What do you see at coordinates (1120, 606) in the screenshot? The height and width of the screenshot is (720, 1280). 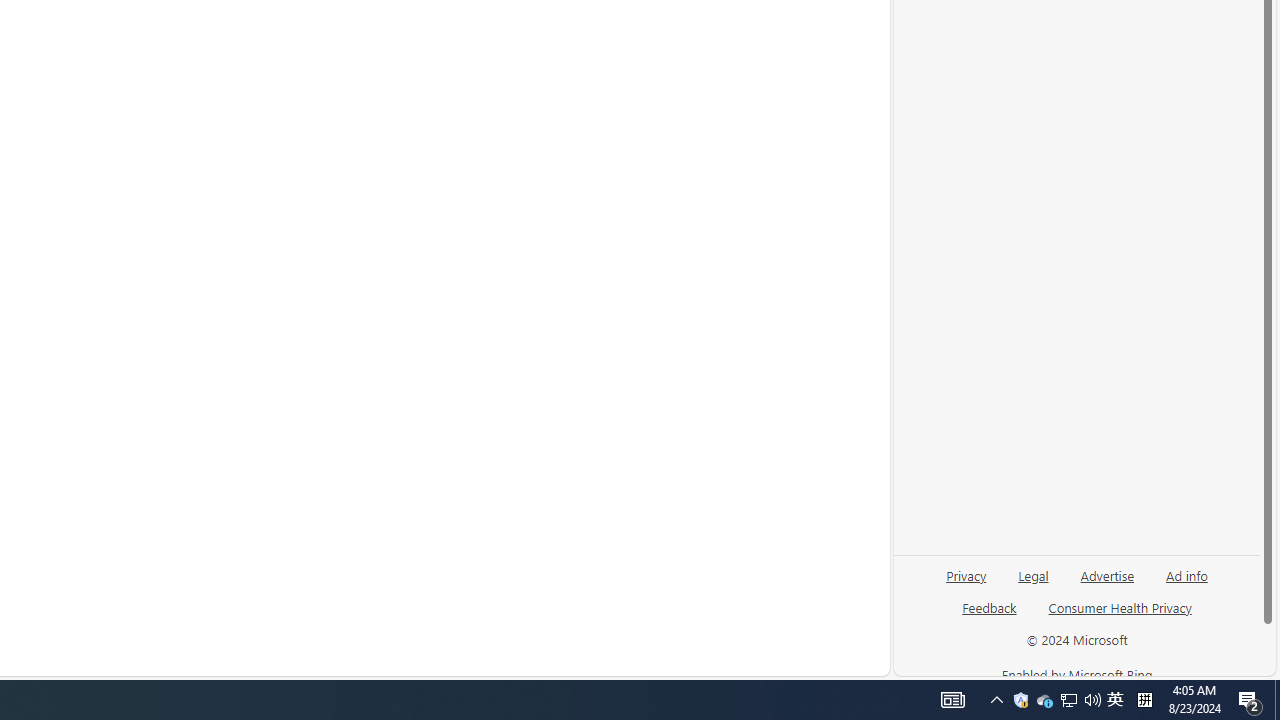 I see `'Consumer Health Privacy'` at bounding box center [1120, 606].